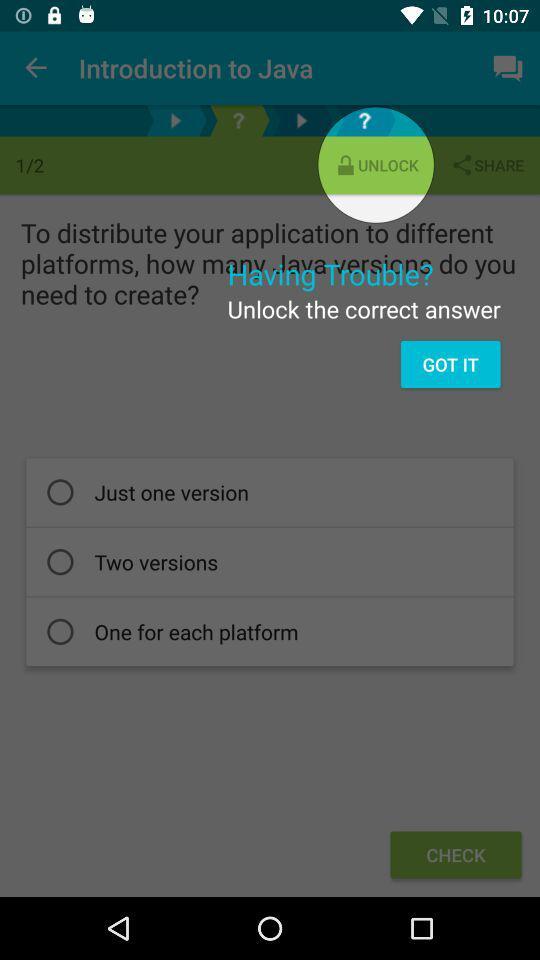  What do you see at coordinates (175, 120) in the screenshot?
I see `the button which is on left to the 1st  button from left side of the web page` at bounding box center [175, 120].